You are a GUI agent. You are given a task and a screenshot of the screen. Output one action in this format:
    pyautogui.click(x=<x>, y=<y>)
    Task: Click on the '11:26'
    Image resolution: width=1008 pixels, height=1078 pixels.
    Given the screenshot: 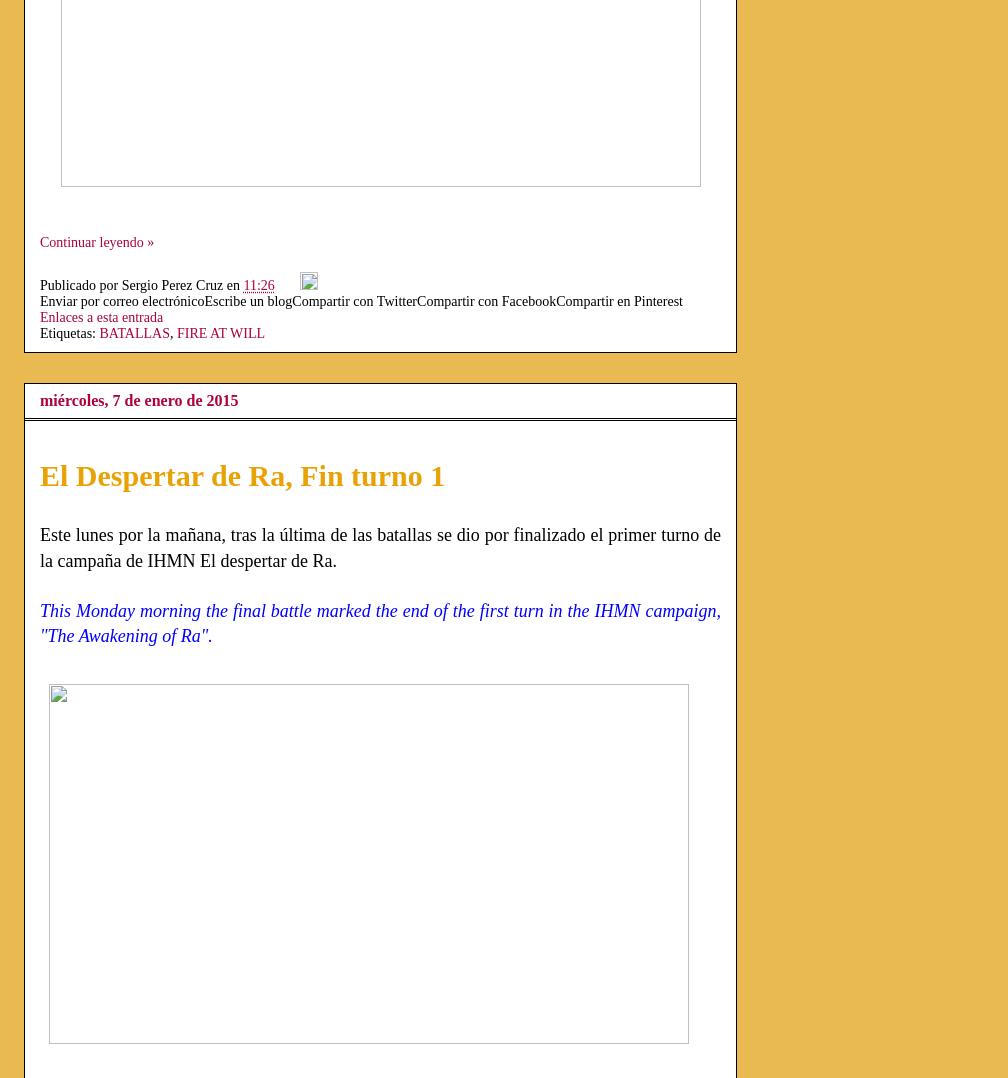 What is the action you would take?
    pyautogui.click(x=258, y=285)
    